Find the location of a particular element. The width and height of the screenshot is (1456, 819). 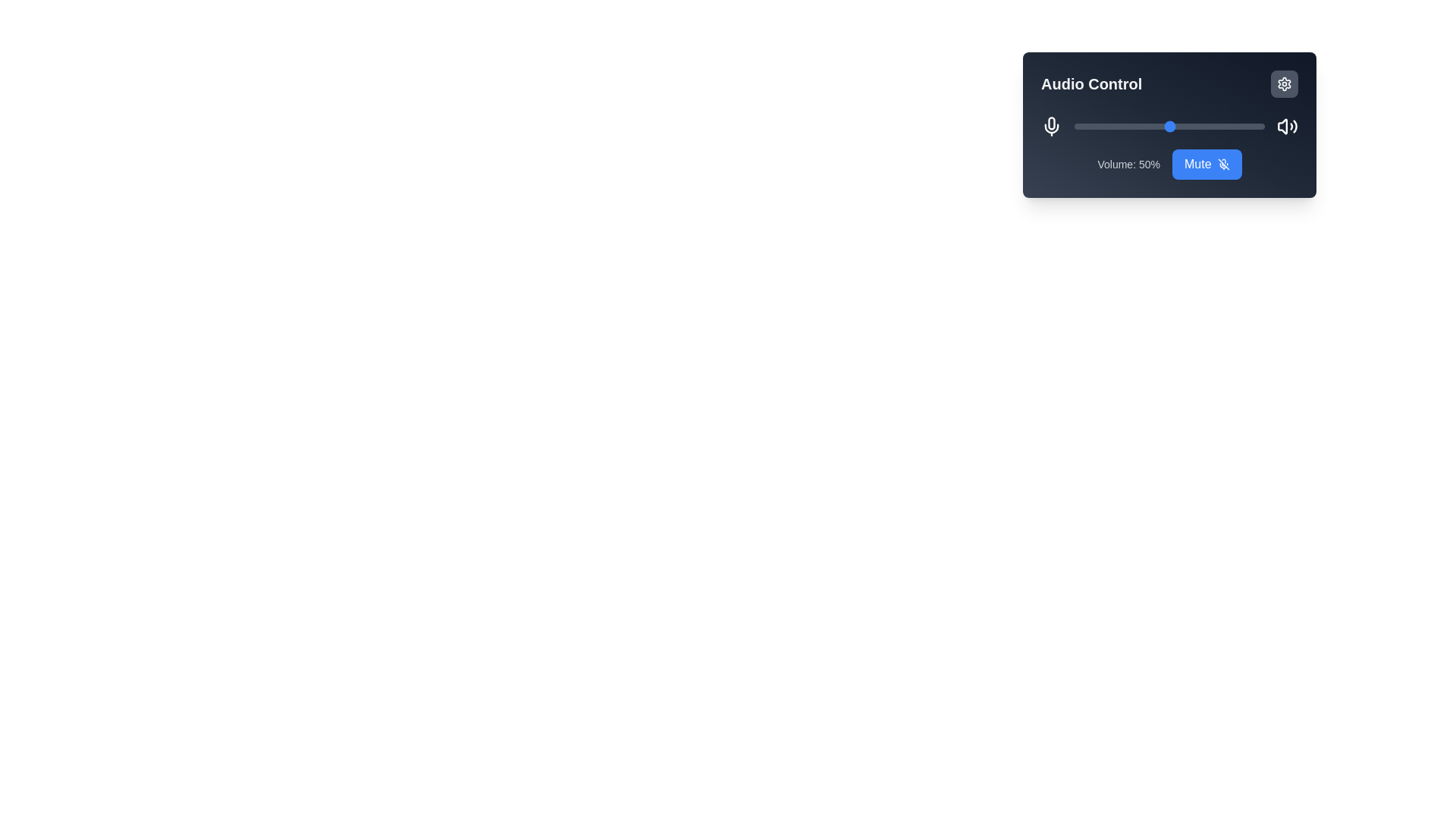

the 'Mute' button located next to the text label 'Volume: 50%' in the blue rounded rectangle at the bottom section of the audio control panel is located at coordinates (1169, 164).